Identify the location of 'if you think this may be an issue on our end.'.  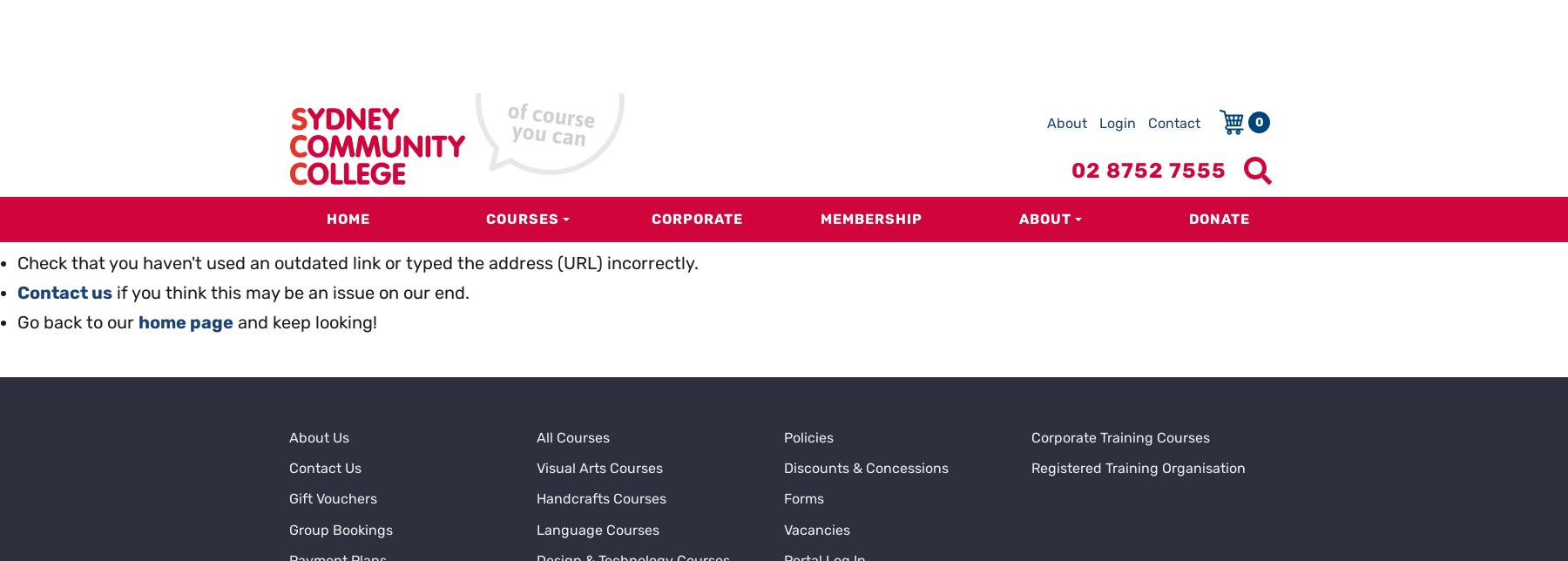
(290, 49).